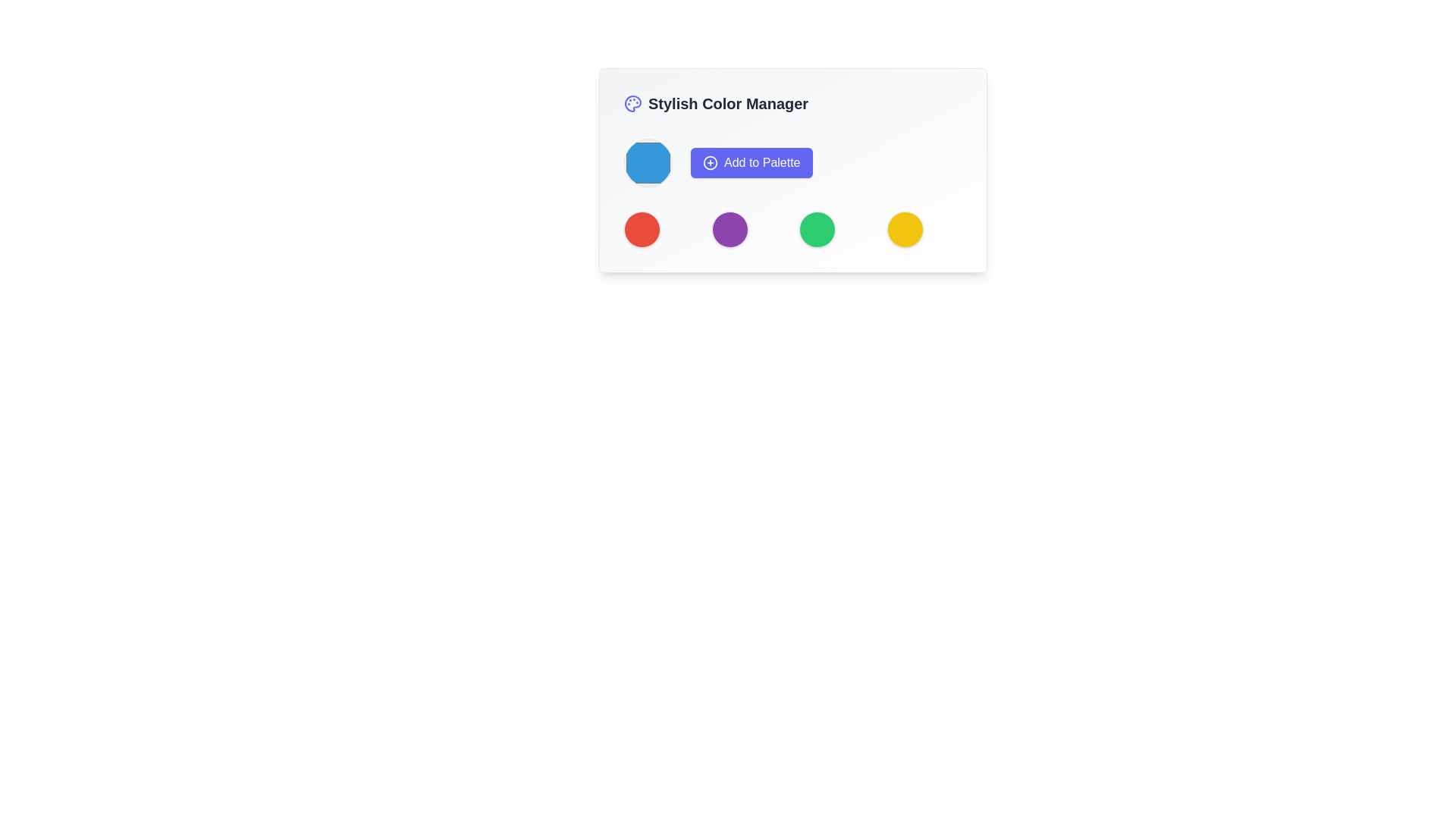  Describe the element at coordinates (792, 170) in the screenshot. I see `the button located in the Stylish Color Manager card` at that location.